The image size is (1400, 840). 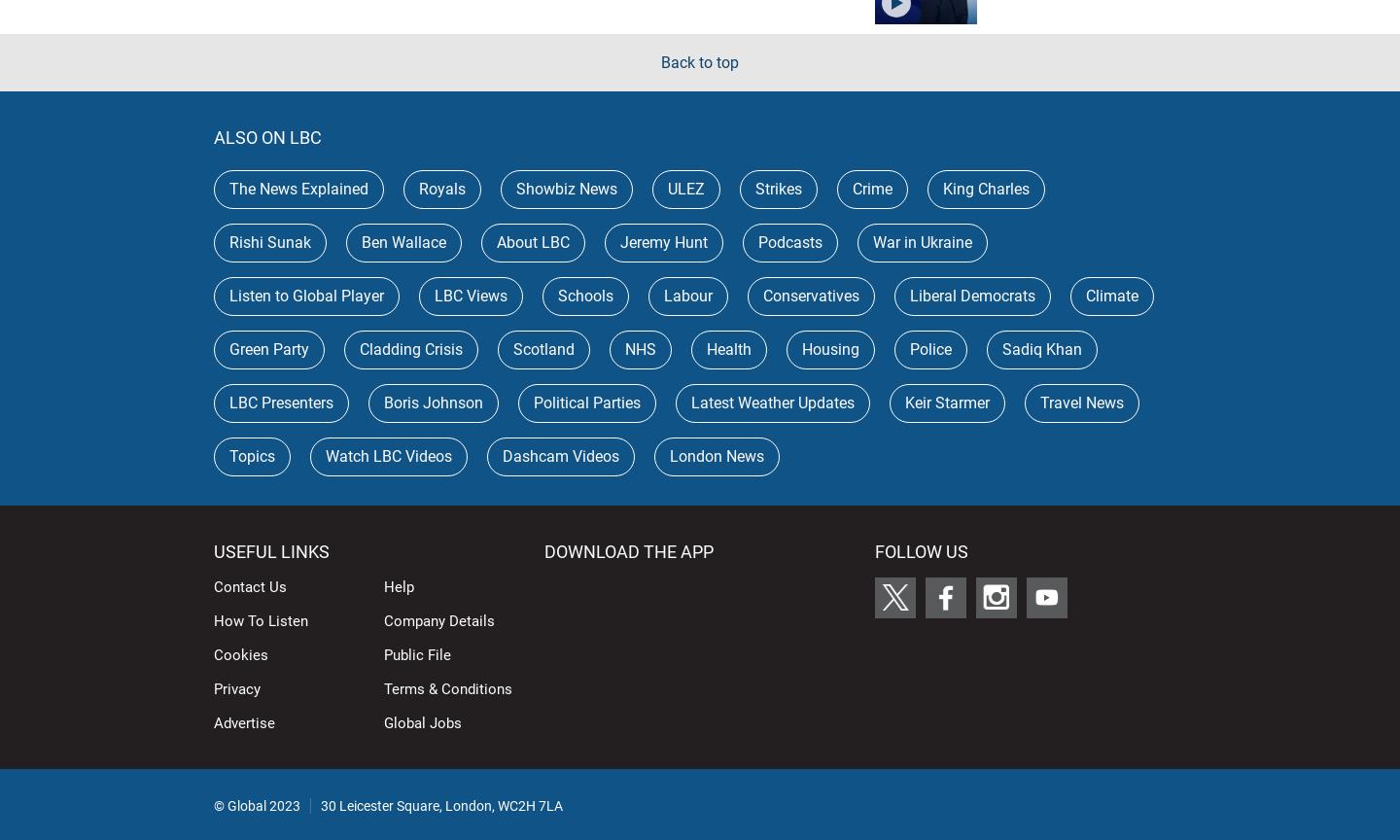 I want to click on 'Housing', so click(x=829, y=347).